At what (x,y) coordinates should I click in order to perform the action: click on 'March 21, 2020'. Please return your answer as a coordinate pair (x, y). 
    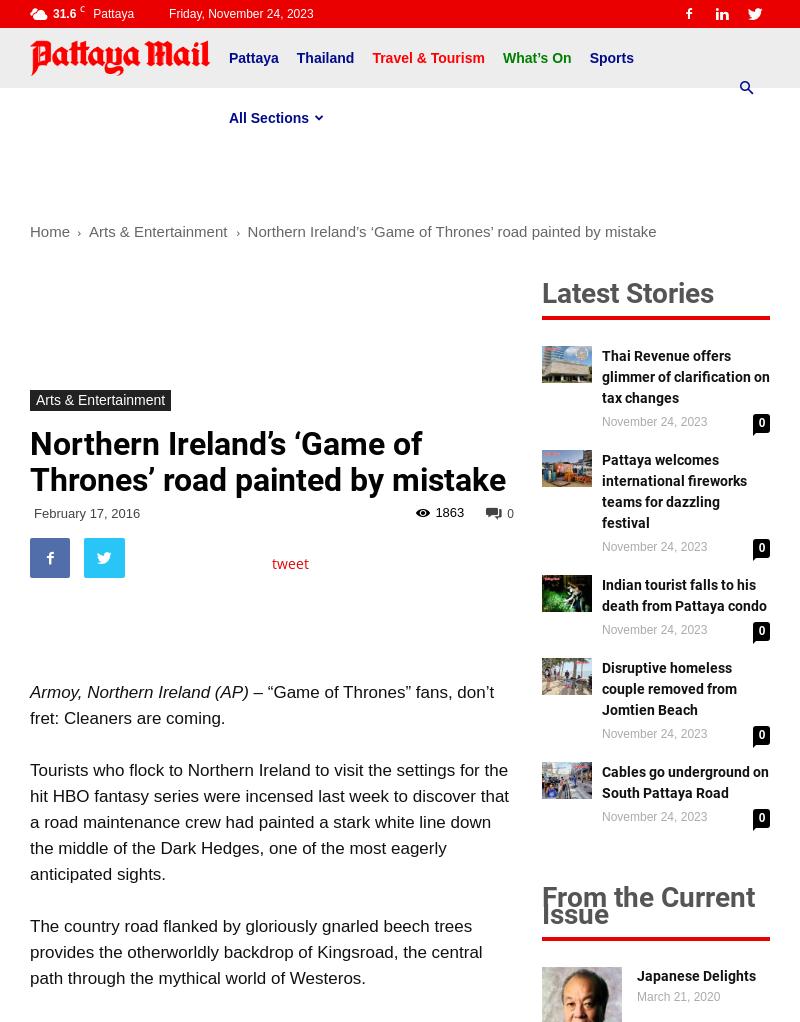
    Looking at the image, I should click on (678, 996).